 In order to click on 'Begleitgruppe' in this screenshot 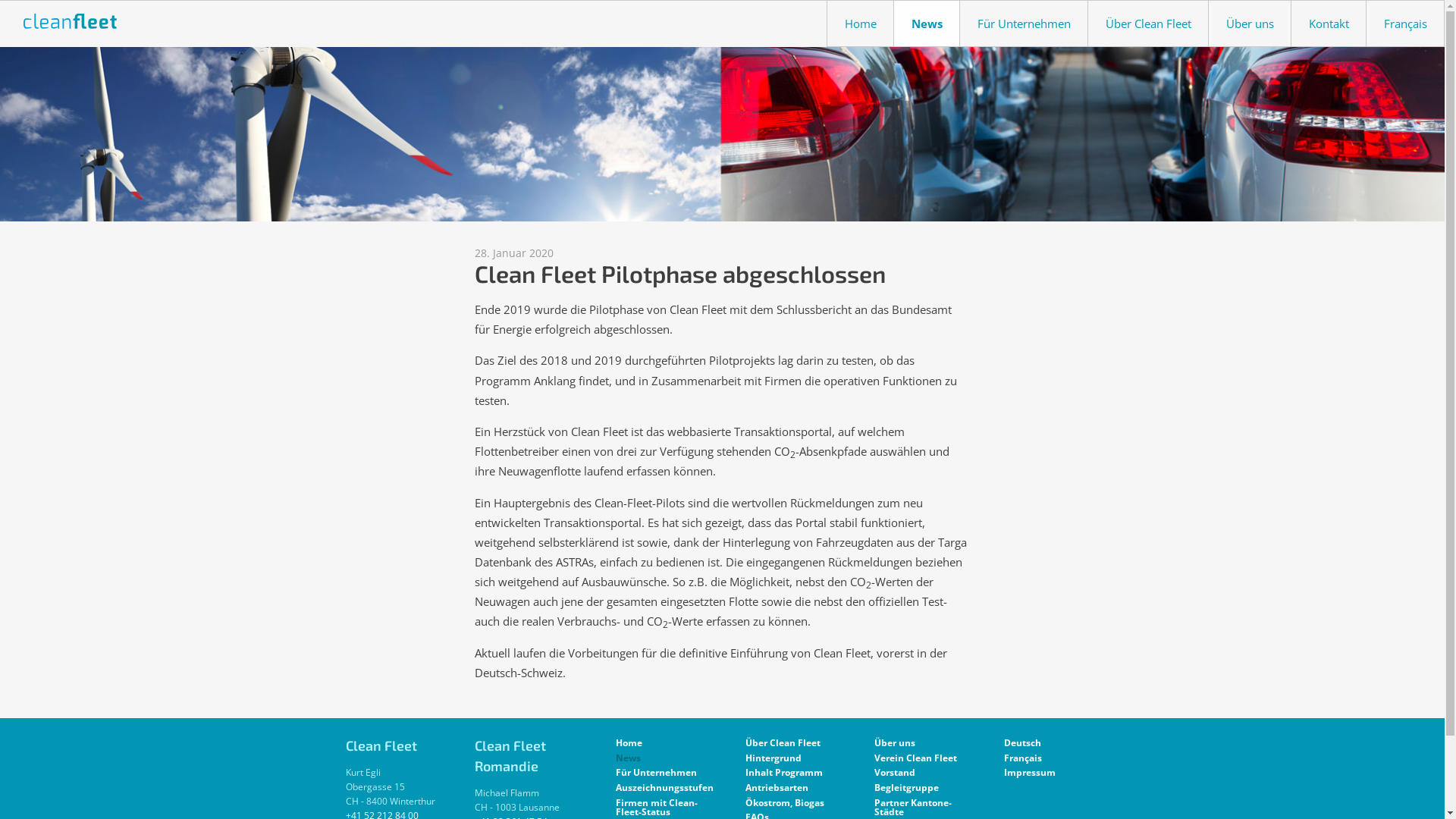, I will do `click(915, 786)`.